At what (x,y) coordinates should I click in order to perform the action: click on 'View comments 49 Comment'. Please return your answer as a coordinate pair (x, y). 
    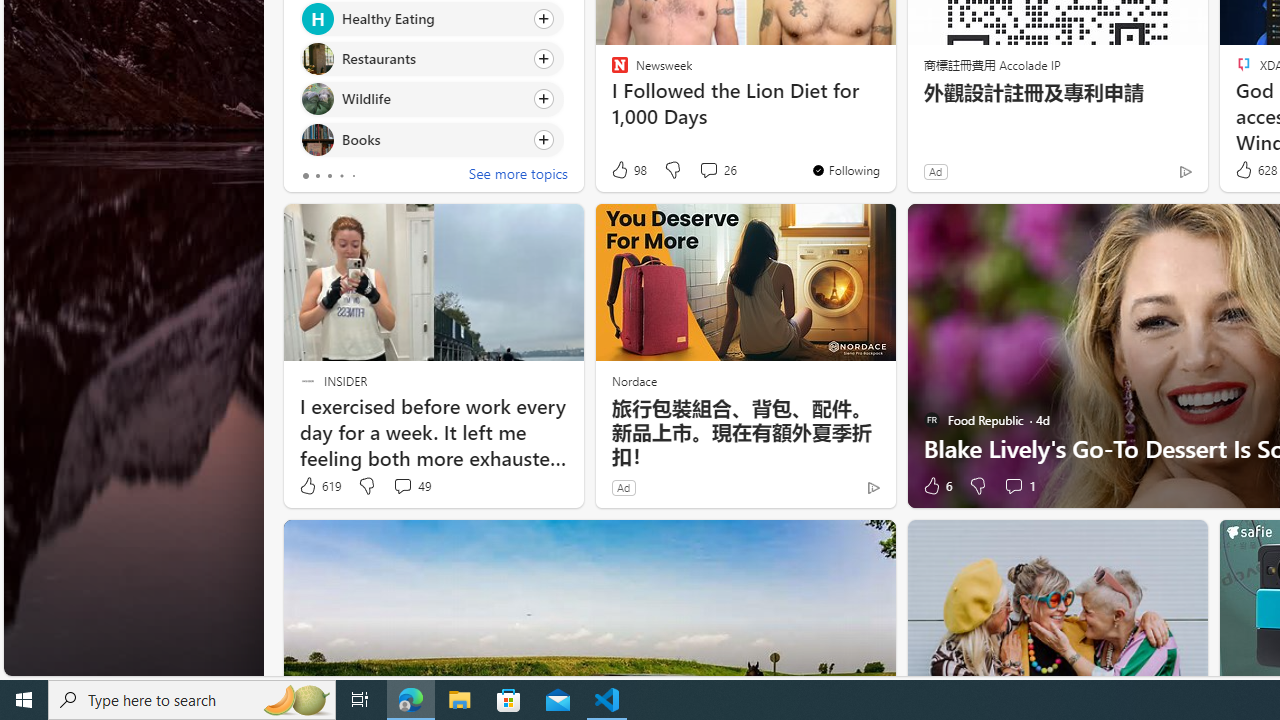
    Looking at the image, I should click on (401, 486).